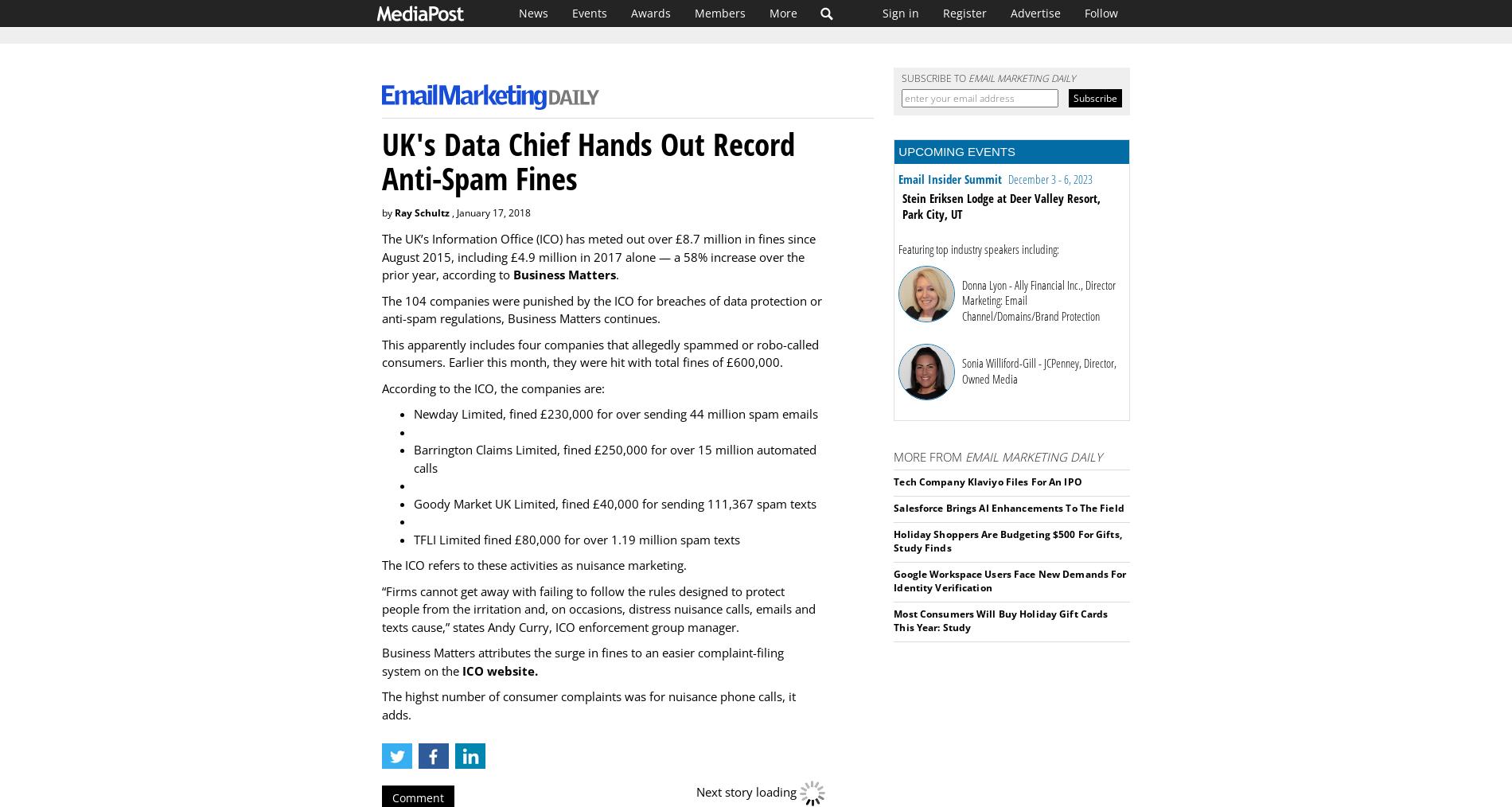 This screenshot has height=807, width=1512. Describe the element at coordinates (381, 564) in the screenshot. I see `'The ICO refers to these activities as nuisance marketing.'` at that location.